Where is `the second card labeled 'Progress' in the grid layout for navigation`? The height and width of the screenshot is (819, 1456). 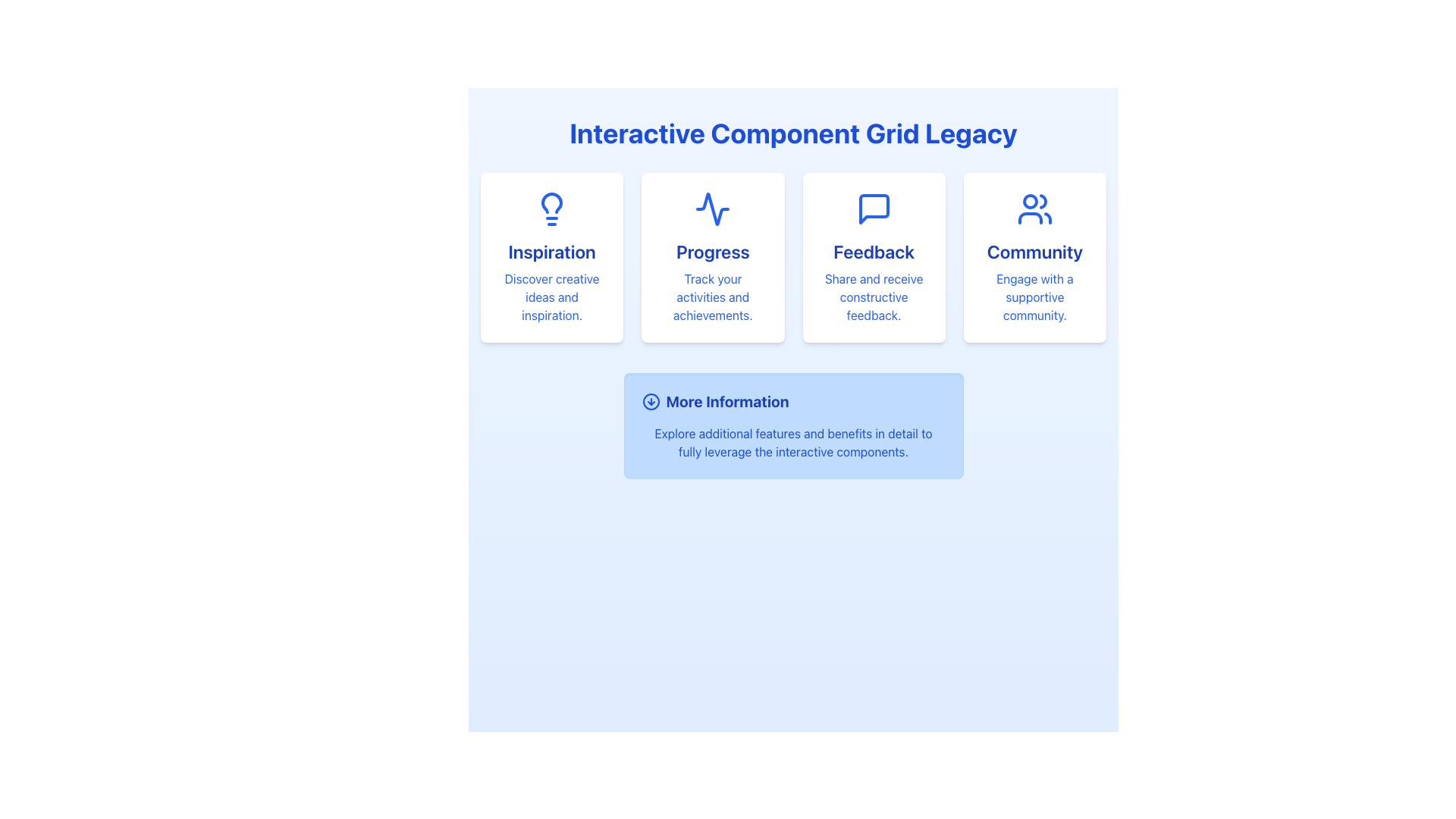
the second card labeled 'Progress' in the grid layout for navigation is located at coordinates (792, 256).